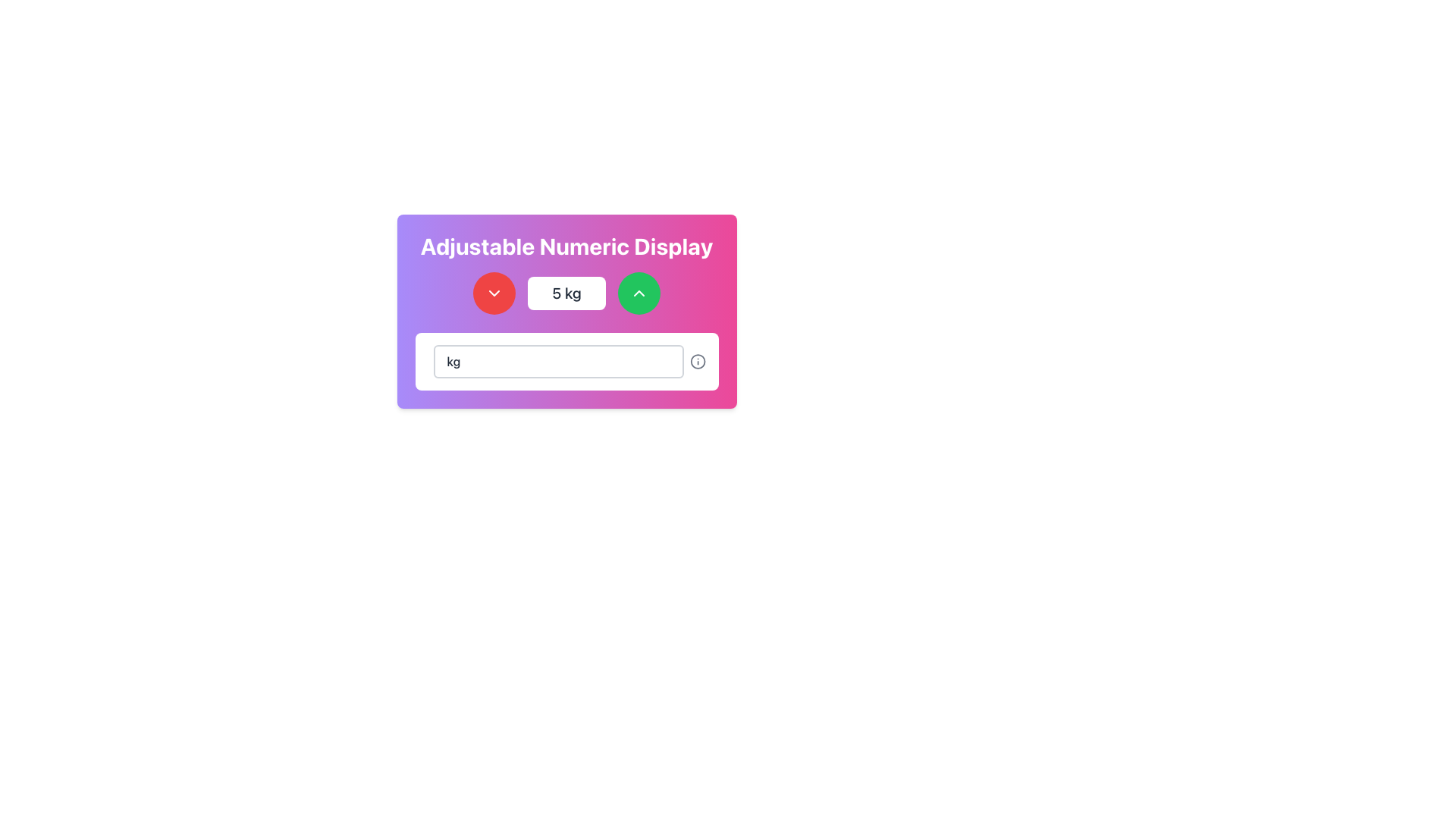 This screenshot has width=1456, height=819. Describe the element at coordinates (639, 293) in the screenshot. I see `the increment button located in the top-right of the interactive panel, which is the third element in a row of controls, to increase the numeric value displayed in the adjacent field` at that location.